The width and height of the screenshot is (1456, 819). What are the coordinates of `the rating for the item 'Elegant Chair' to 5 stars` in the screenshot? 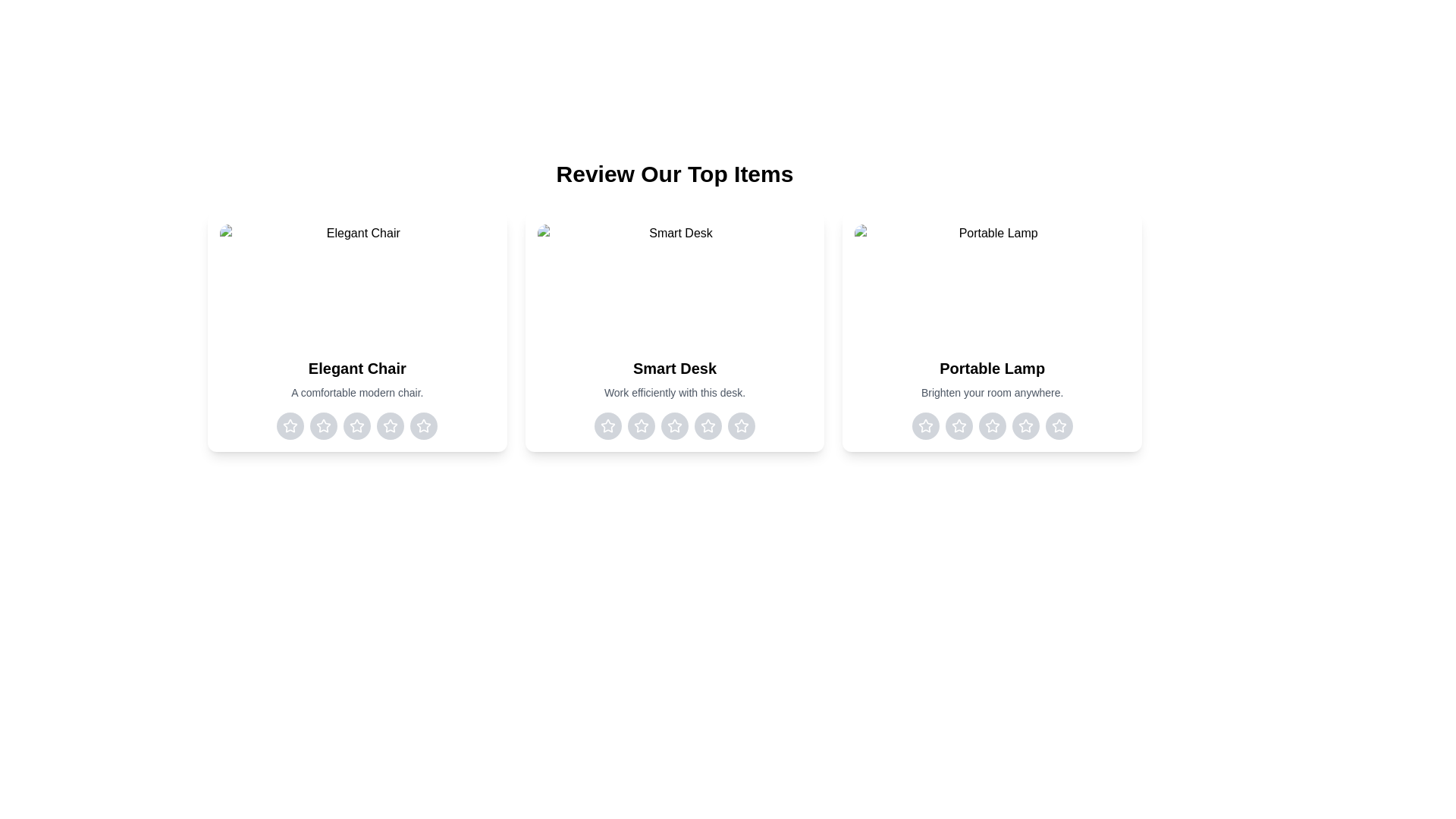 It's located at (423, 426).